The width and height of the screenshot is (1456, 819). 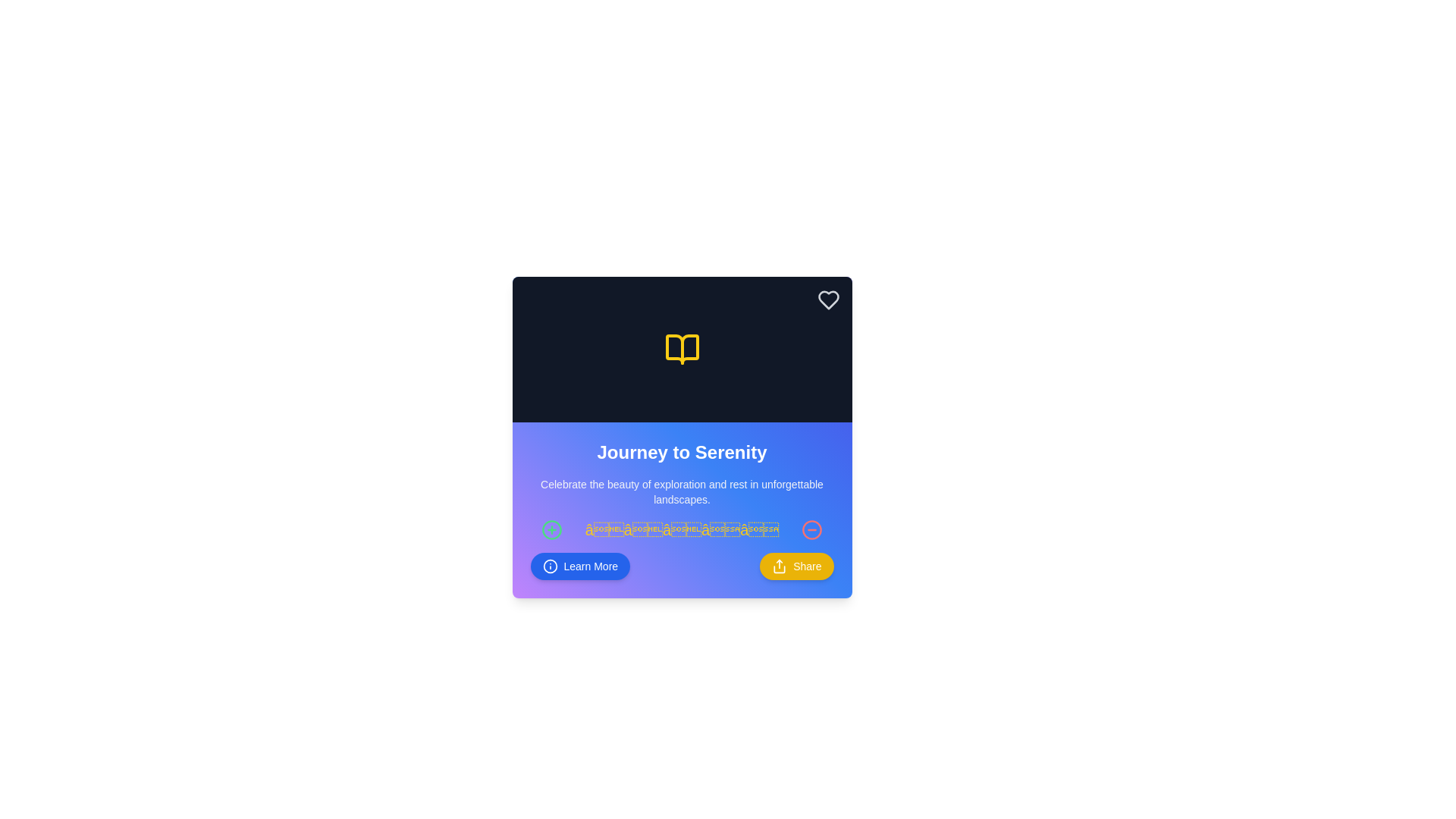 I want to click on the 'Share' text label located at the right end of the yellow share button, which also features a share icon on the left, so click(x=806, y=566).